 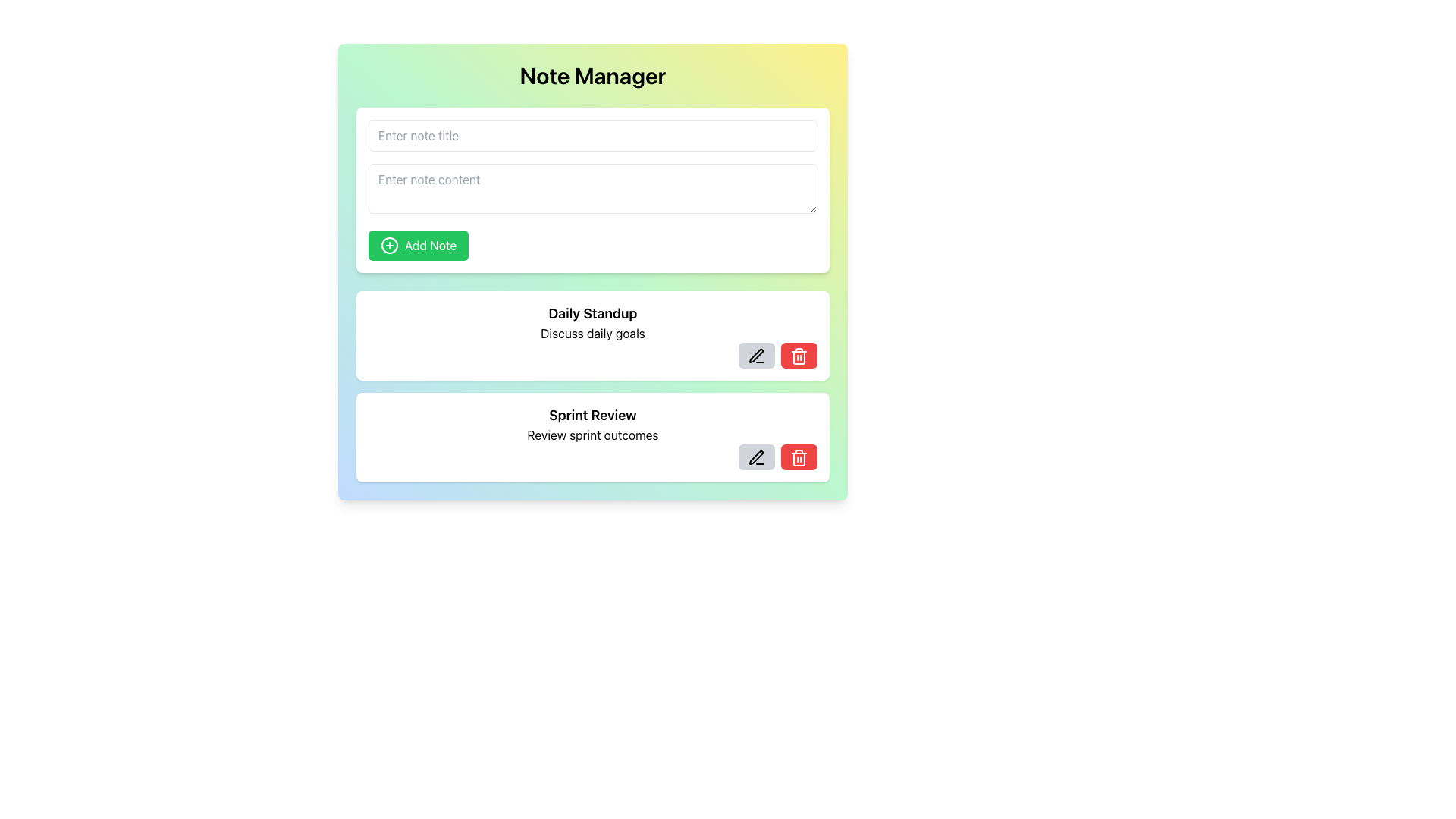 I want to click on the stylized pen icon located to the right of the text 'Sprint Review' and to the left of the red trash bin icon to initiate editing, so click(x=756, y=356).